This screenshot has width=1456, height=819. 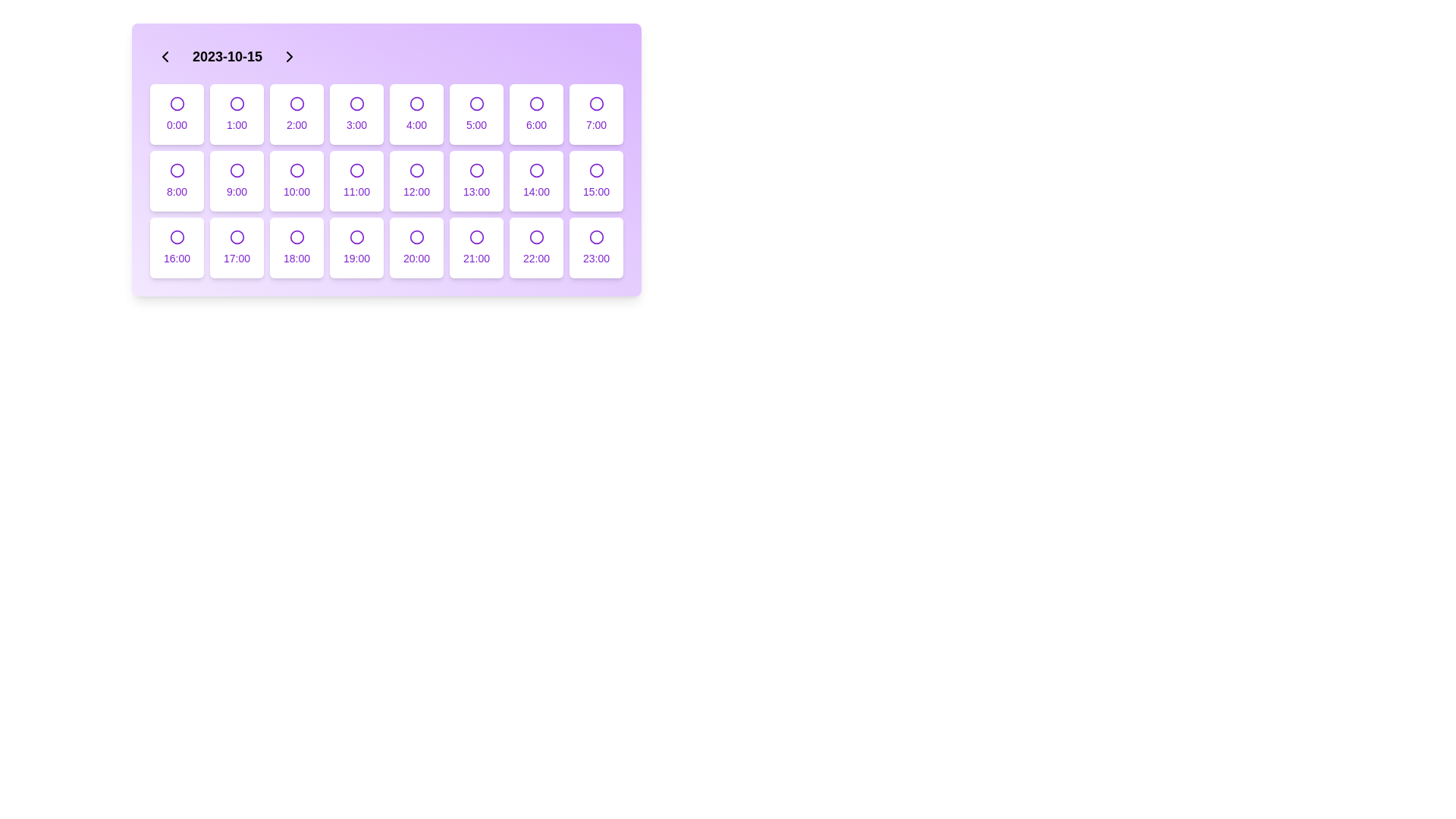 I want to click on the Circle icon representing the selectable option for the hour '21:00', so click(x=475, y=237).